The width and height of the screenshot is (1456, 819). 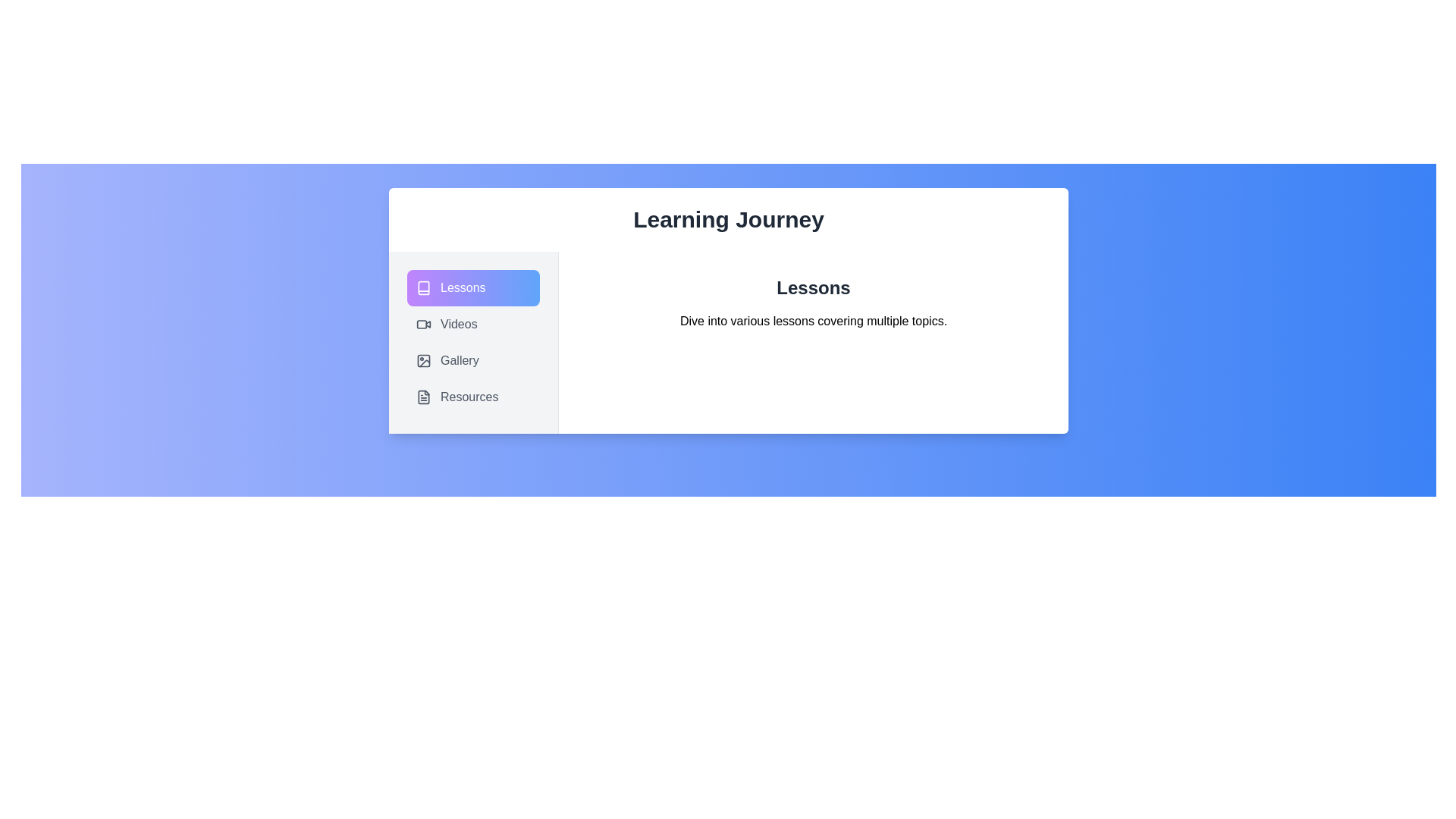 I want to click on the tab labeled Videos to activate it, so click(x=472, y=324).